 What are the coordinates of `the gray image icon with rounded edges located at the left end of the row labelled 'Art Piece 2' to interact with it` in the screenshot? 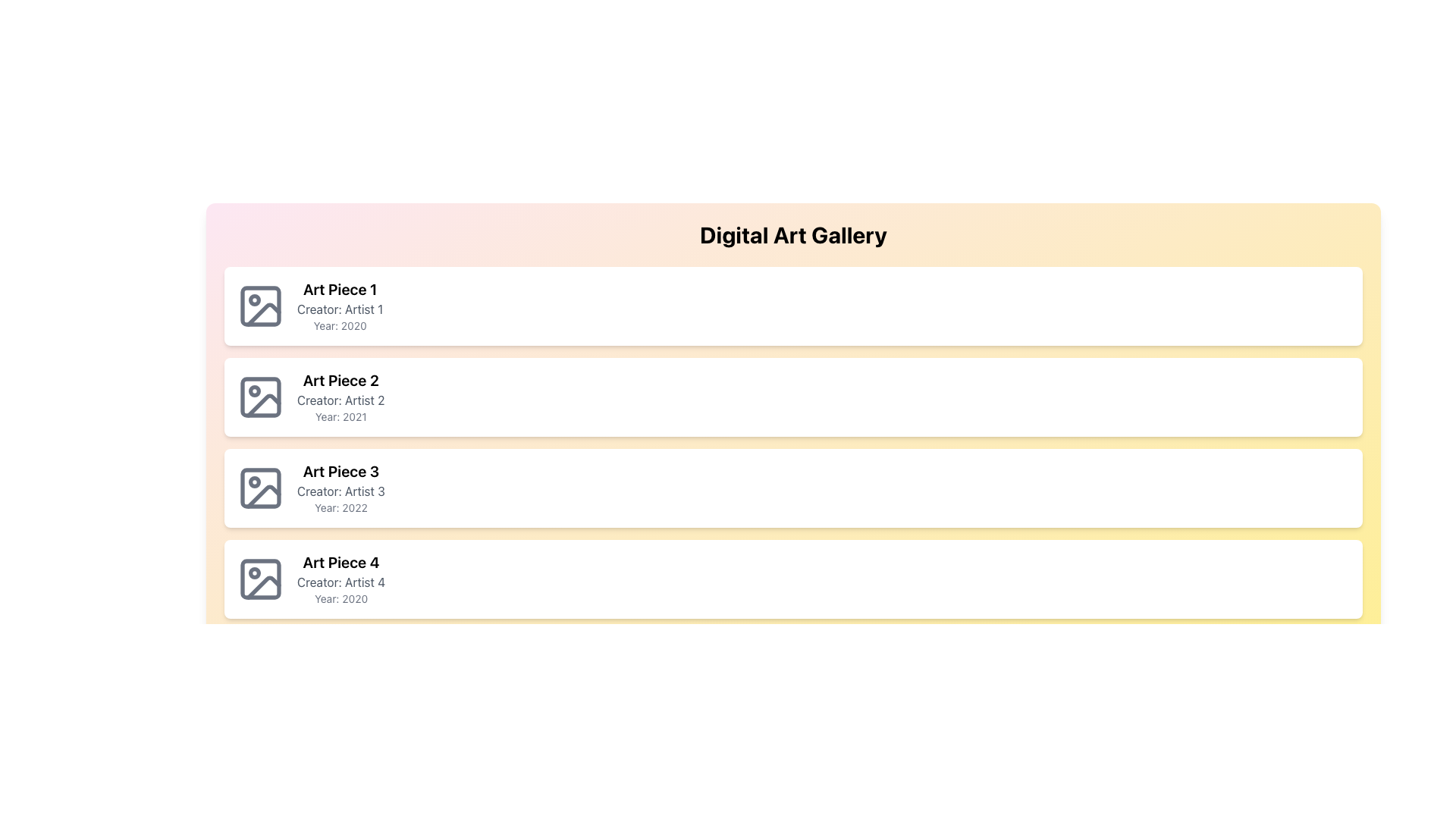 It's located at (261, 397).